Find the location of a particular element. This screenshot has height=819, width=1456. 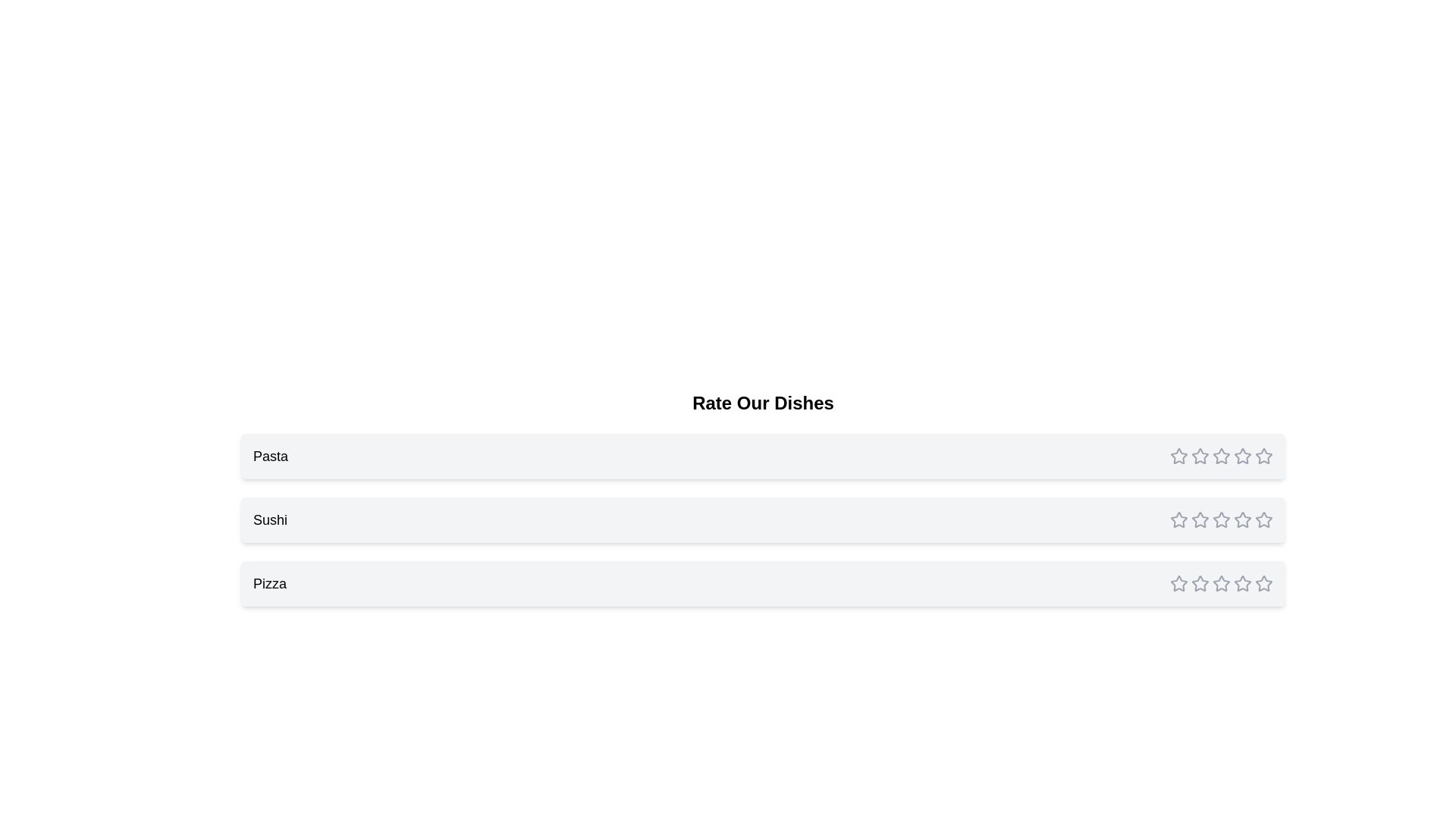

the fourth star icon in the rating system for the 'Pizza' row to give a rating is located at coordinates (1241, 582).